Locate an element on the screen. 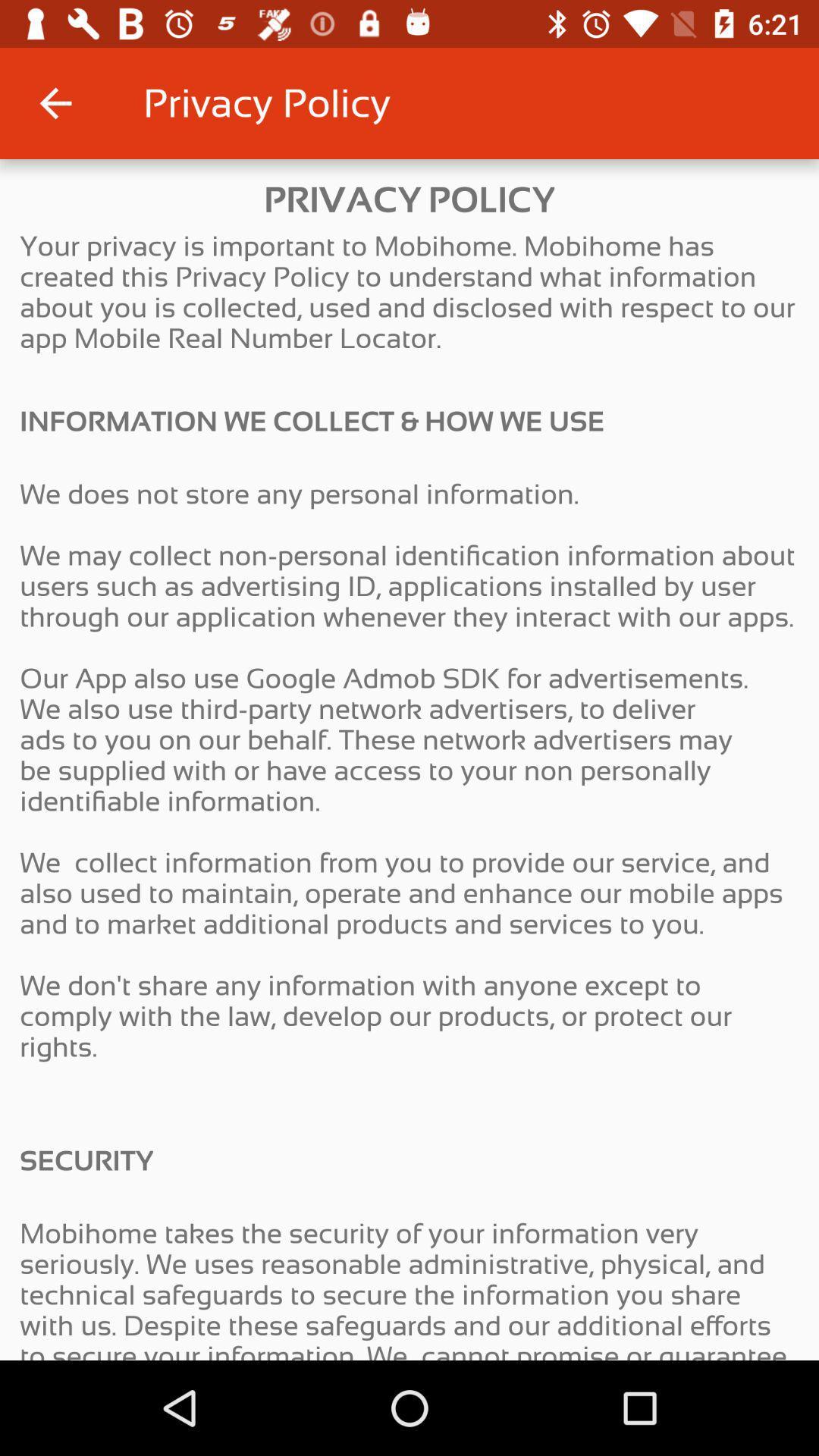 The width and height of the screenshot is (819, 1456). the item to the left of the privacy policy is located at coordinates (55, 102).